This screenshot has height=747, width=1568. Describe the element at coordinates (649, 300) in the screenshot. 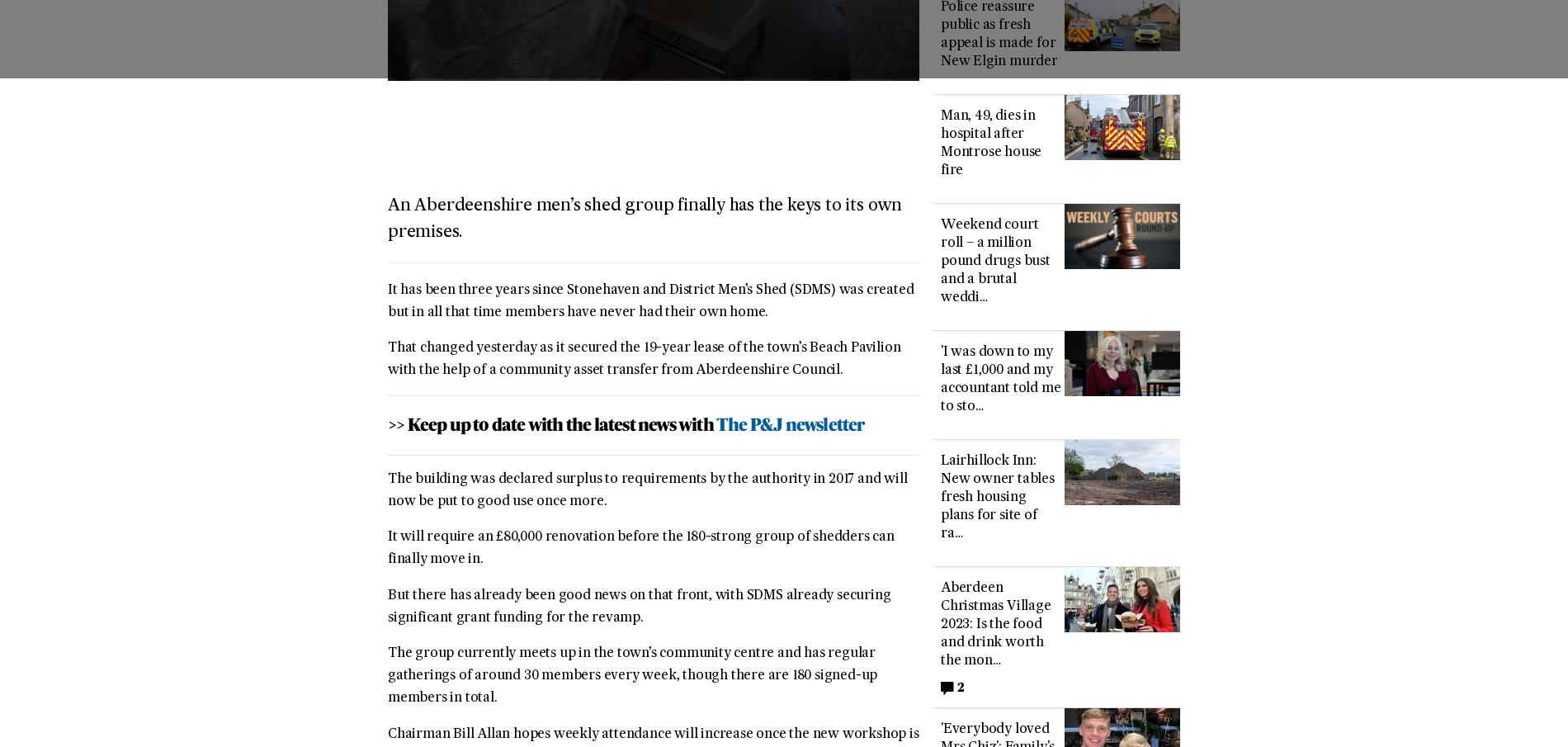

I see `'It has been three years since Stonehaven and District Men’s Shed (SDMS) was created but in all that time members have never had their own home.'` at that location.